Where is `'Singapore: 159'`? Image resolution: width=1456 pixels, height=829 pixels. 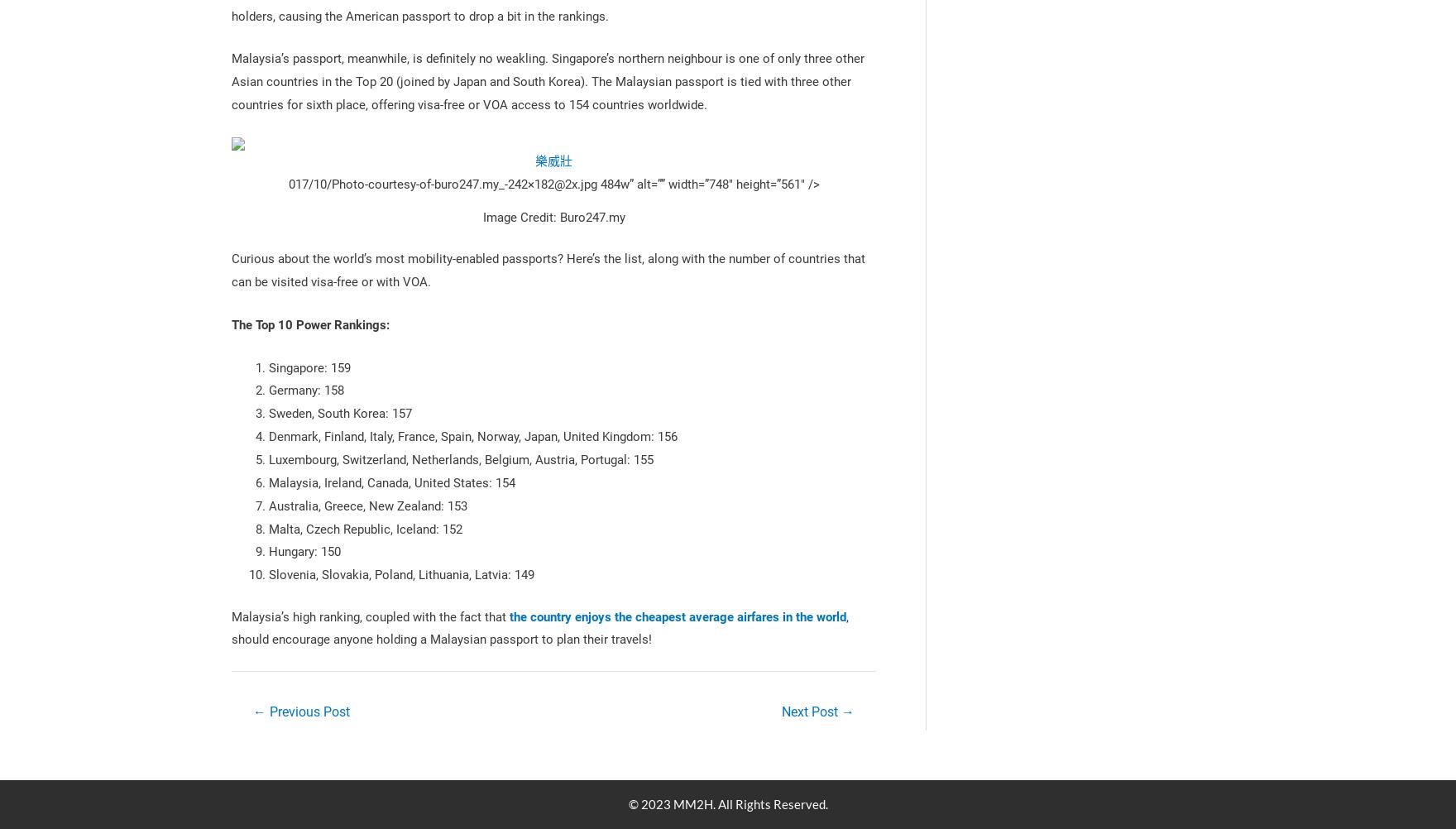 'Singapore: 159' is located at coordinates (309, 366).